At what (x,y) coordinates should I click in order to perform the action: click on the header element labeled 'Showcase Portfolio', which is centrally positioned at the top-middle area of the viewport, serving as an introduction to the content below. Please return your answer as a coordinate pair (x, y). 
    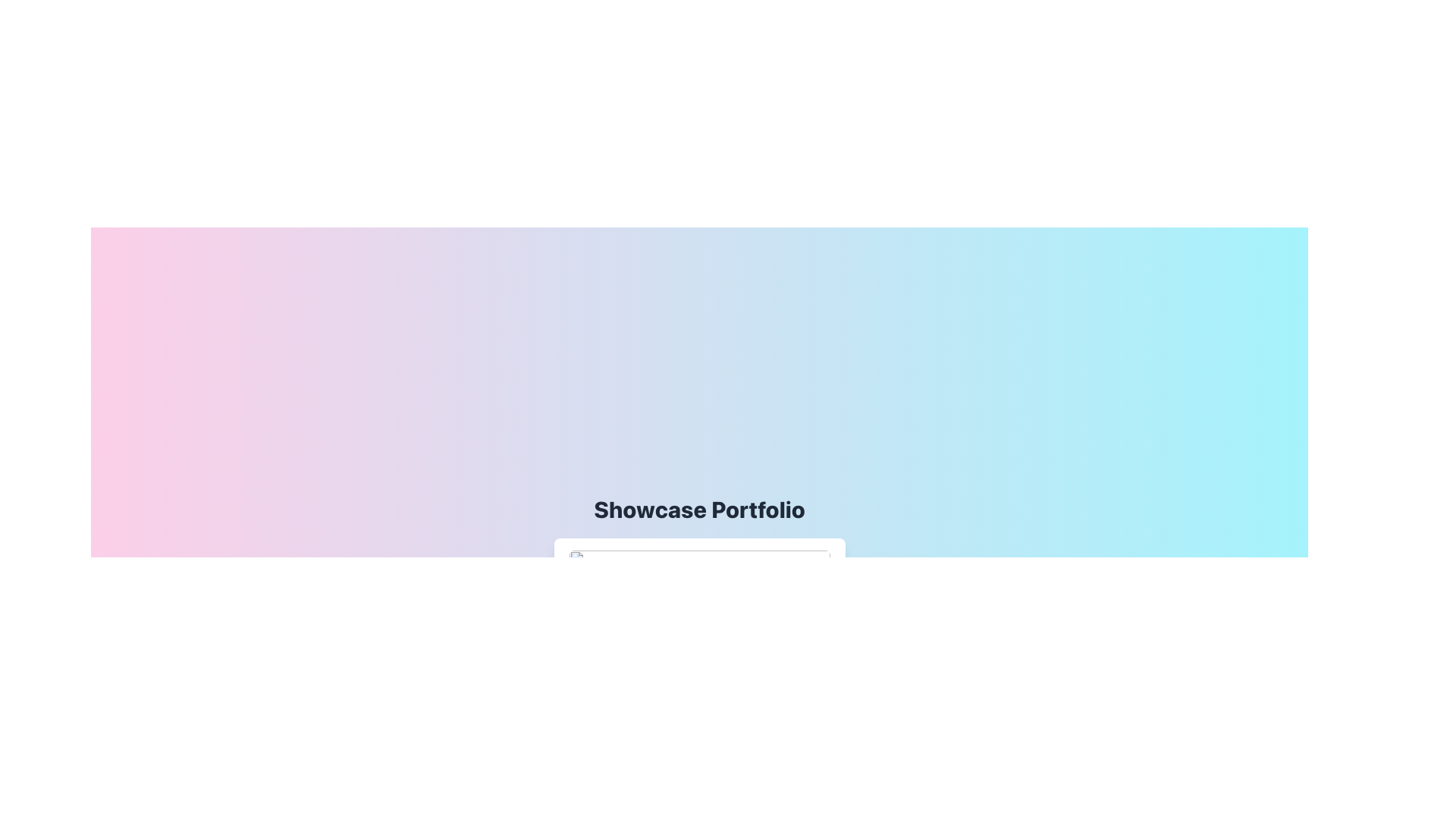
    Looking at the image, I should click on (698, 509).